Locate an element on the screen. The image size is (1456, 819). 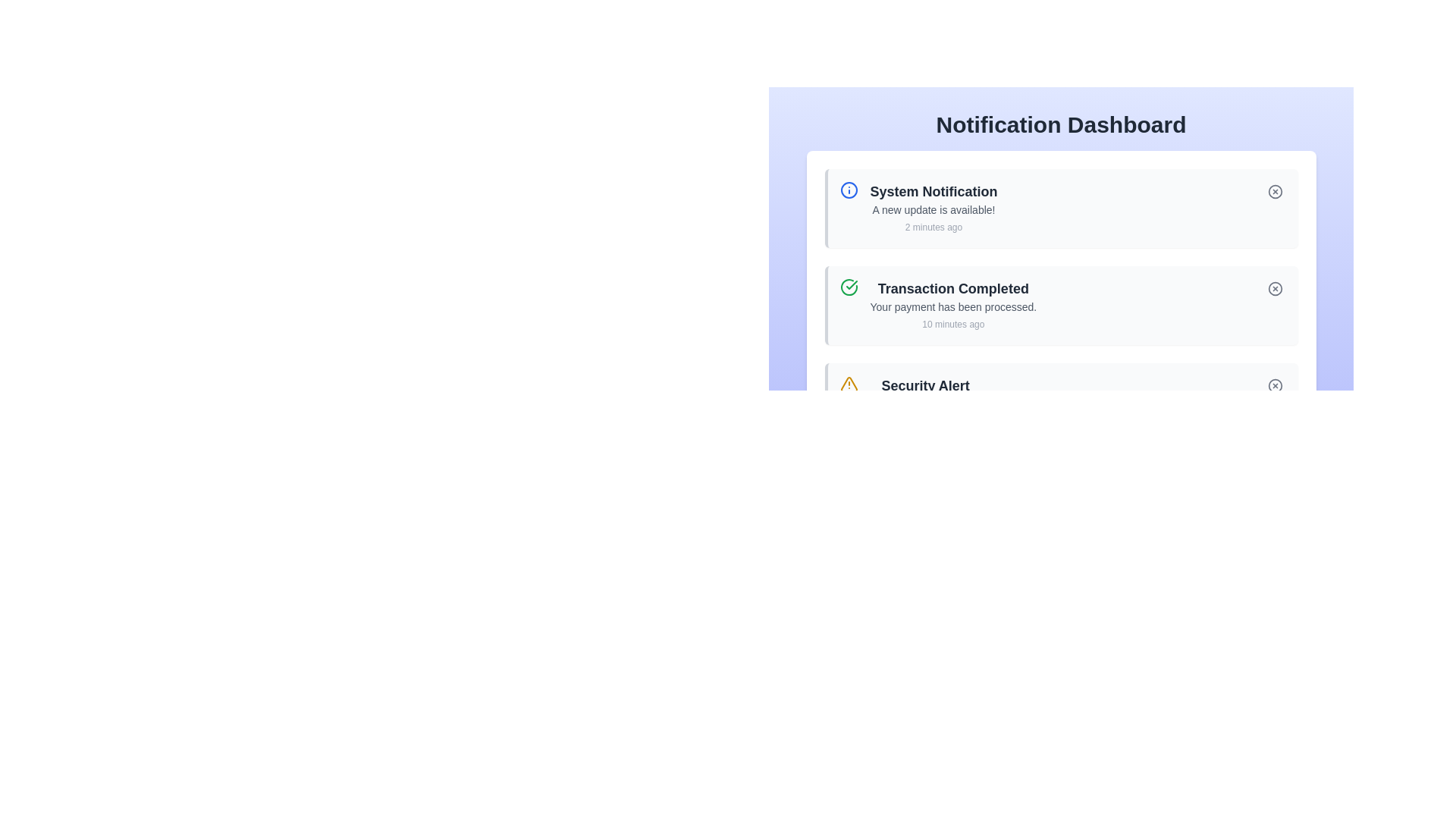
the Text label that serves as the title or status indicator of the second notification card in the 'Notification Dashboard', located directly under the icon on the left is located at coordinates (952, 289).